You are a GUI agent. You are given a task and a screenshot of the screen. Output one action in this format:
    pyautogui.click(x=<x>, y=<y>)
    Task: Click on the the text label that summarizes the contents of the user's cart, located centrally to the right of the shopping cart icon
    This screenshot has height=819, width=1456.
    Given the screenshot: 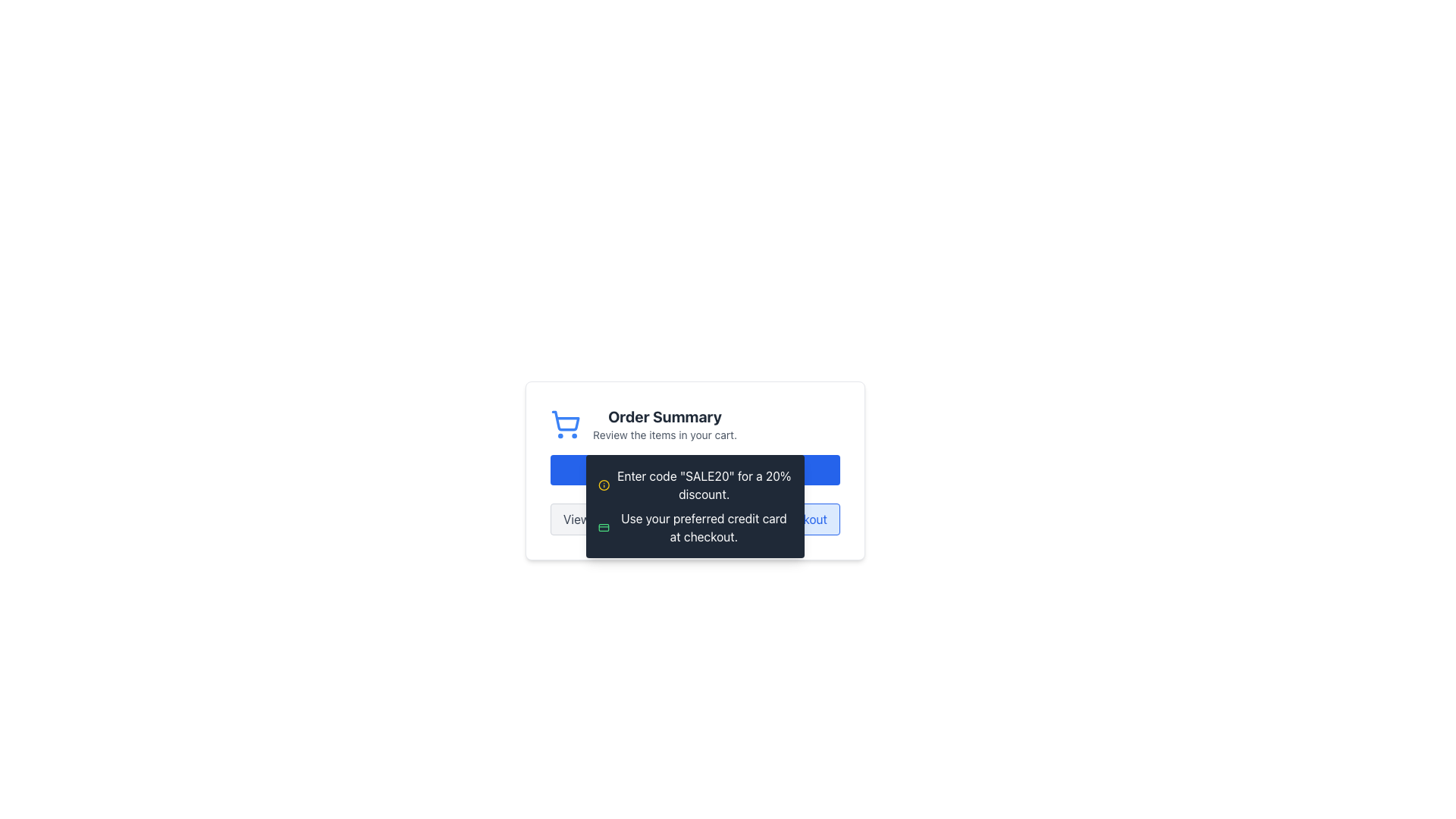 What is the action you would take?
    pyautogui.click(x=665, y=424)
    